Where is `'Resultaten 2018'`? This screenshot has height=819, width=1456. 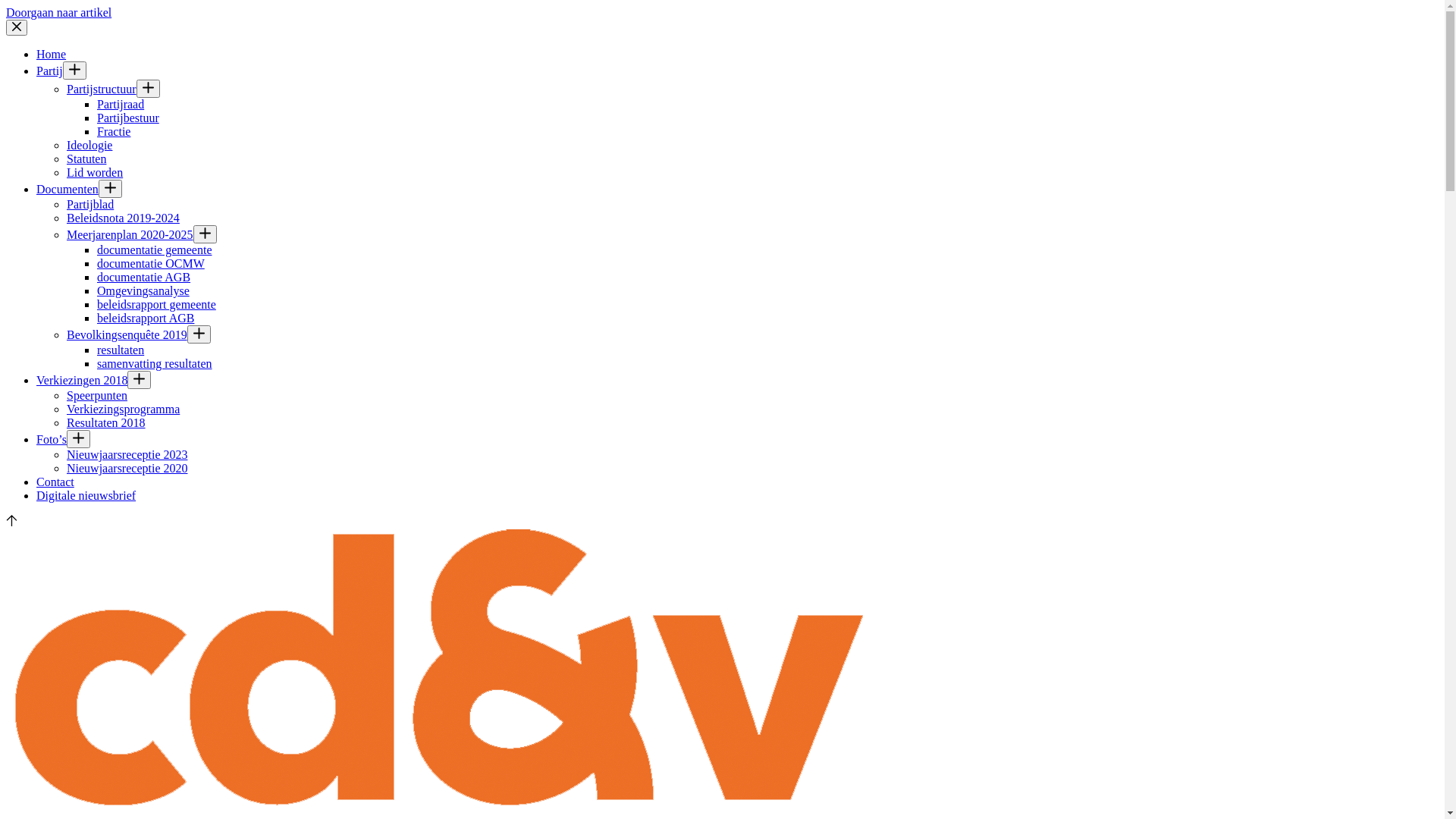
'Resultaten 2018' is located at coordinates (105, 422).